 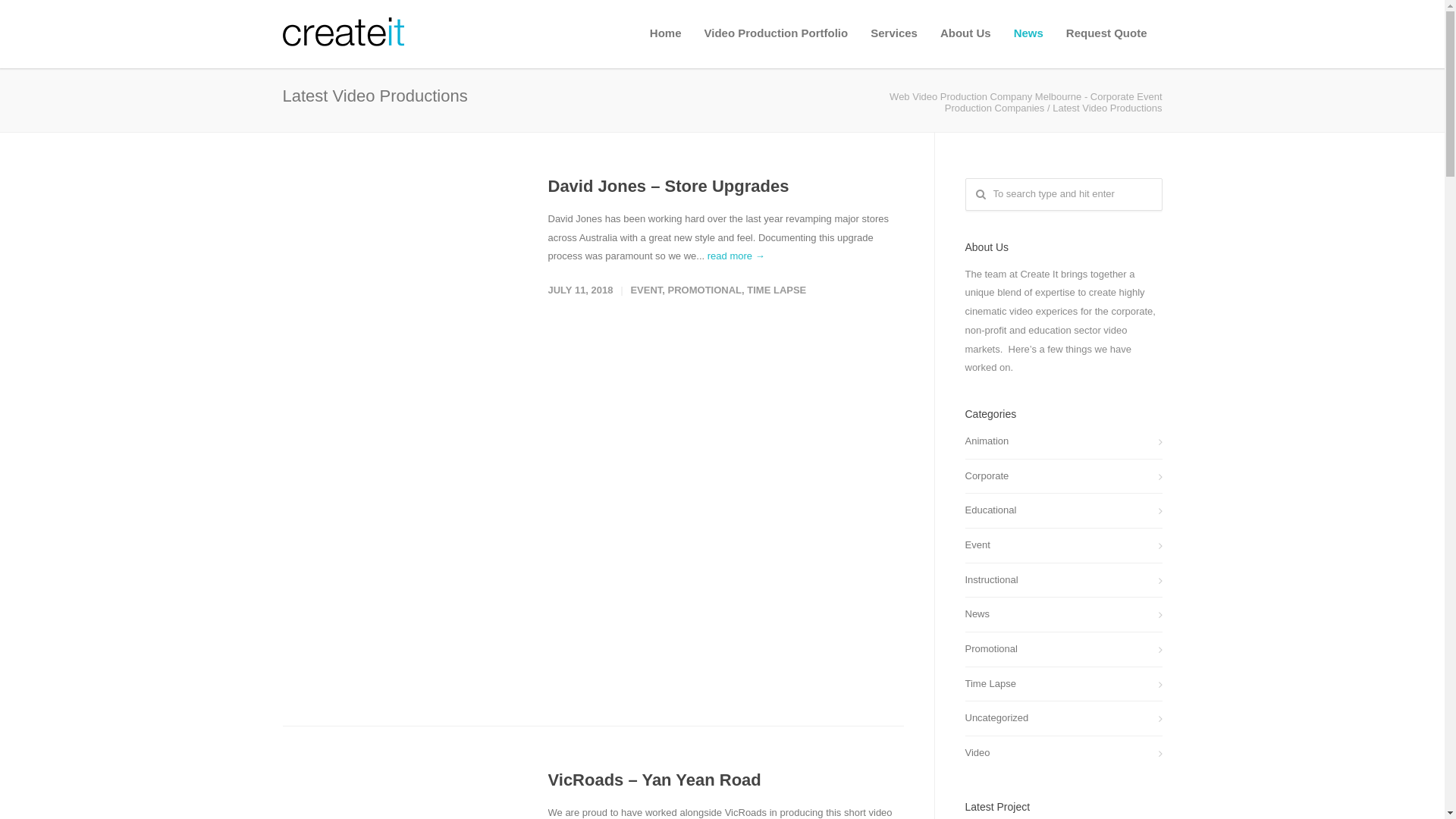 What do you see at coordinates (1062, 475) in the screenshot?
I see `'Corporate'` at bounding box center [1062, 475].